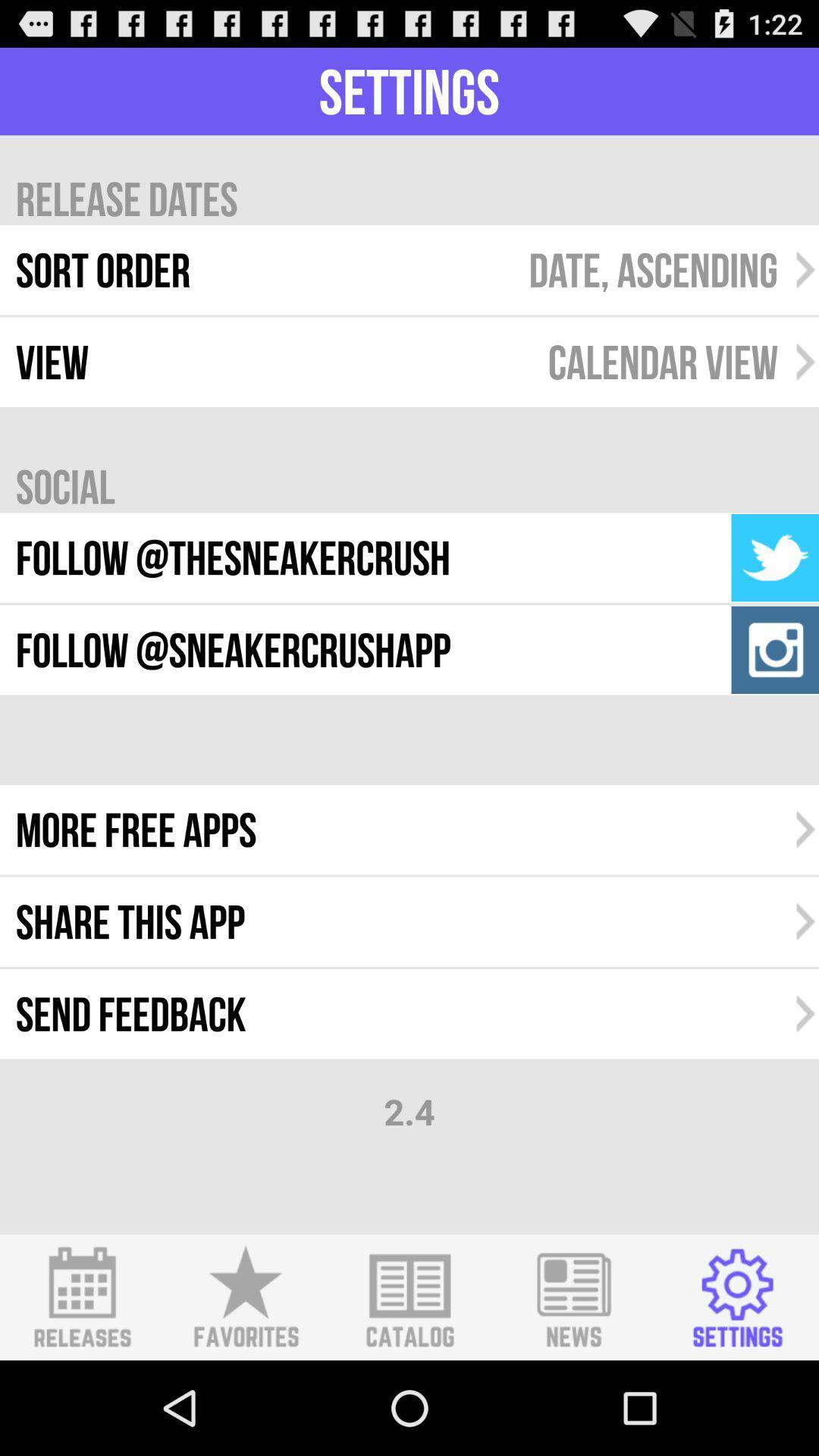  Describe the element at coordinates (736, 1297) in the screenshot. I see `switch settings` at that location.